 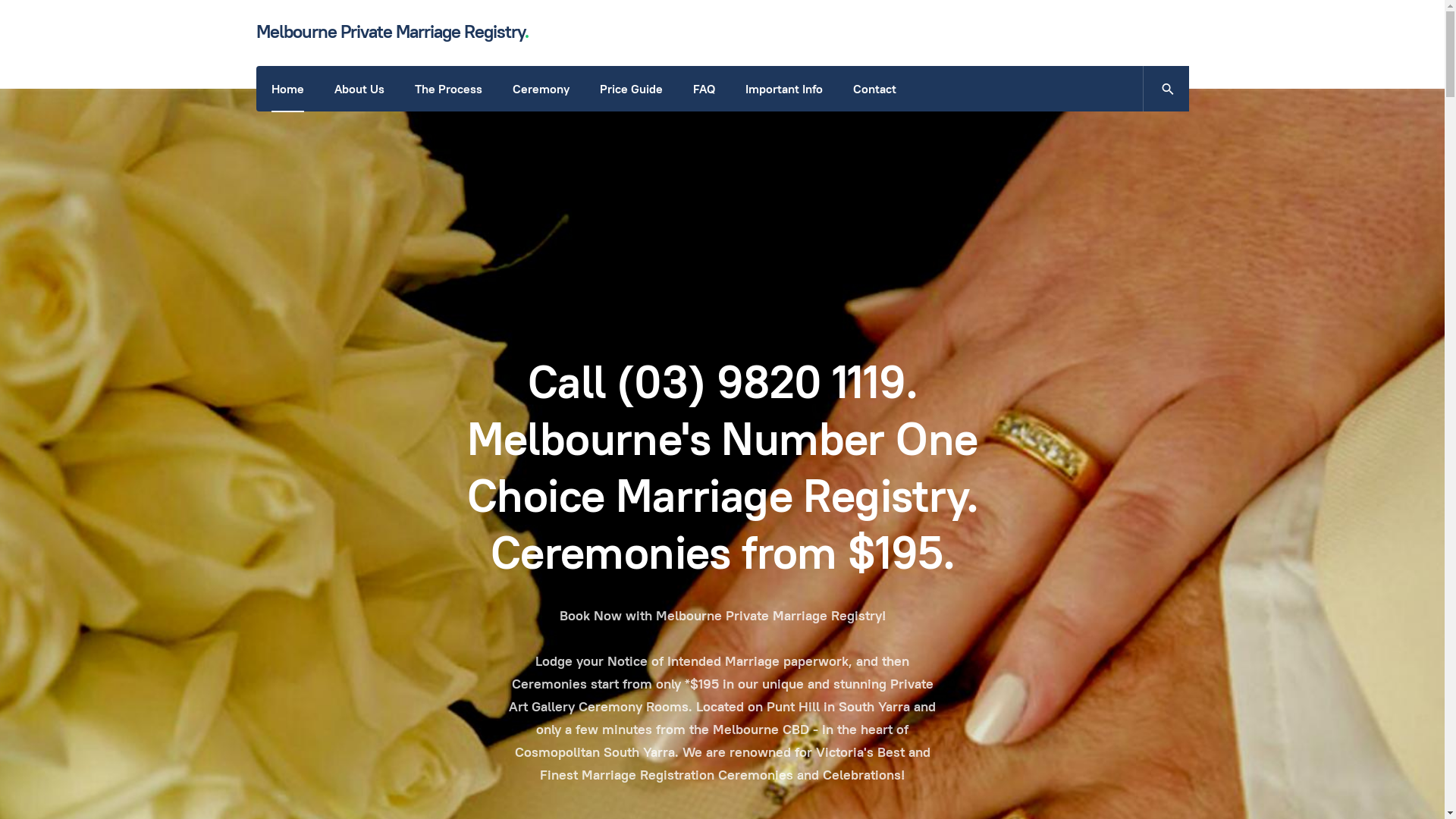 What do you see at coordinates (287, 88) in the screenshot?
I see `'Home'` at bounding box center [287, 88].